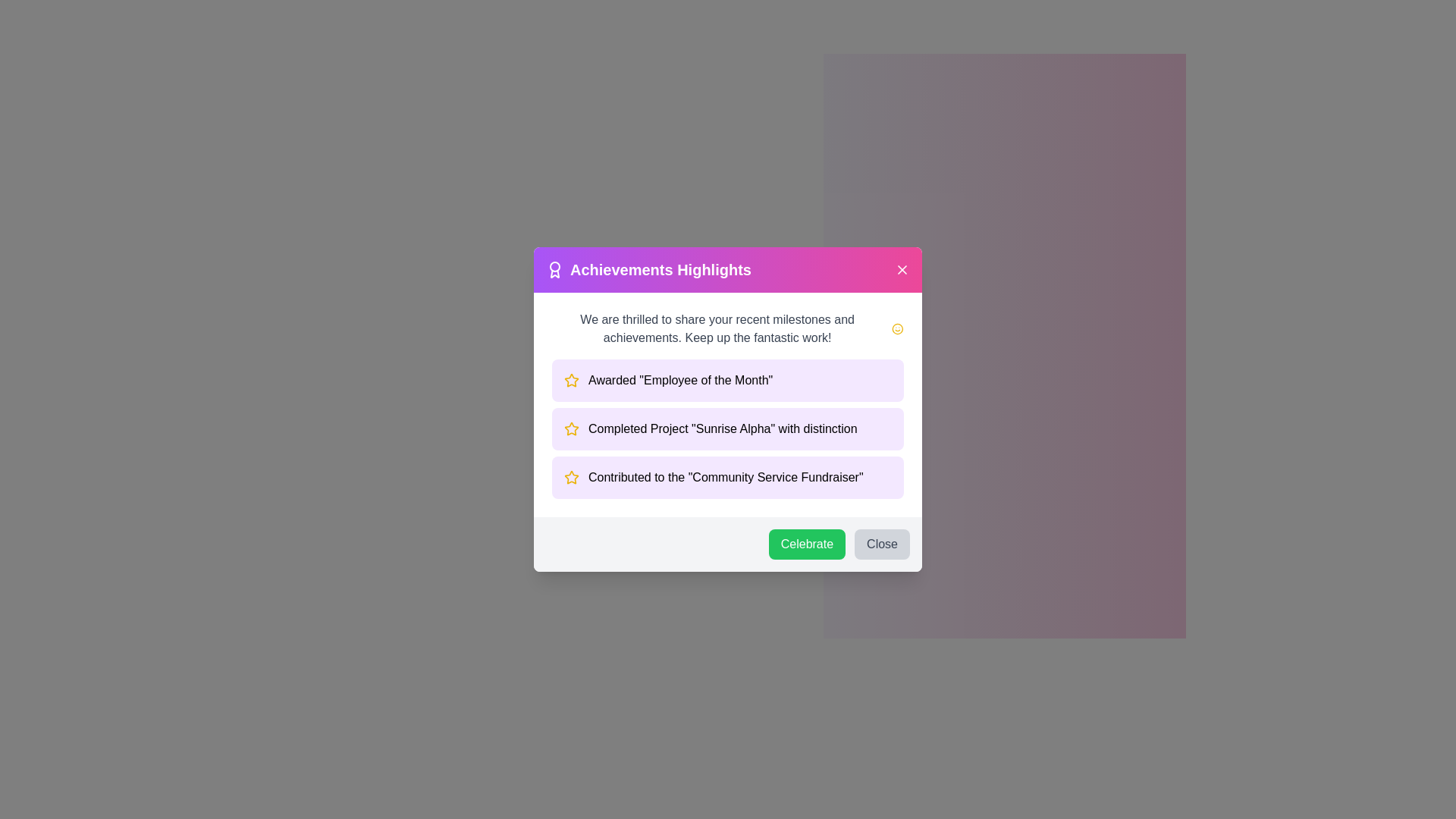 This screenshot has width=1456, height=819. I want to click on the modal title by interacting with the Header bar that displays 'Achievements Highlights' with an award icon on the left and a close icon on the right, so click(728, 268).